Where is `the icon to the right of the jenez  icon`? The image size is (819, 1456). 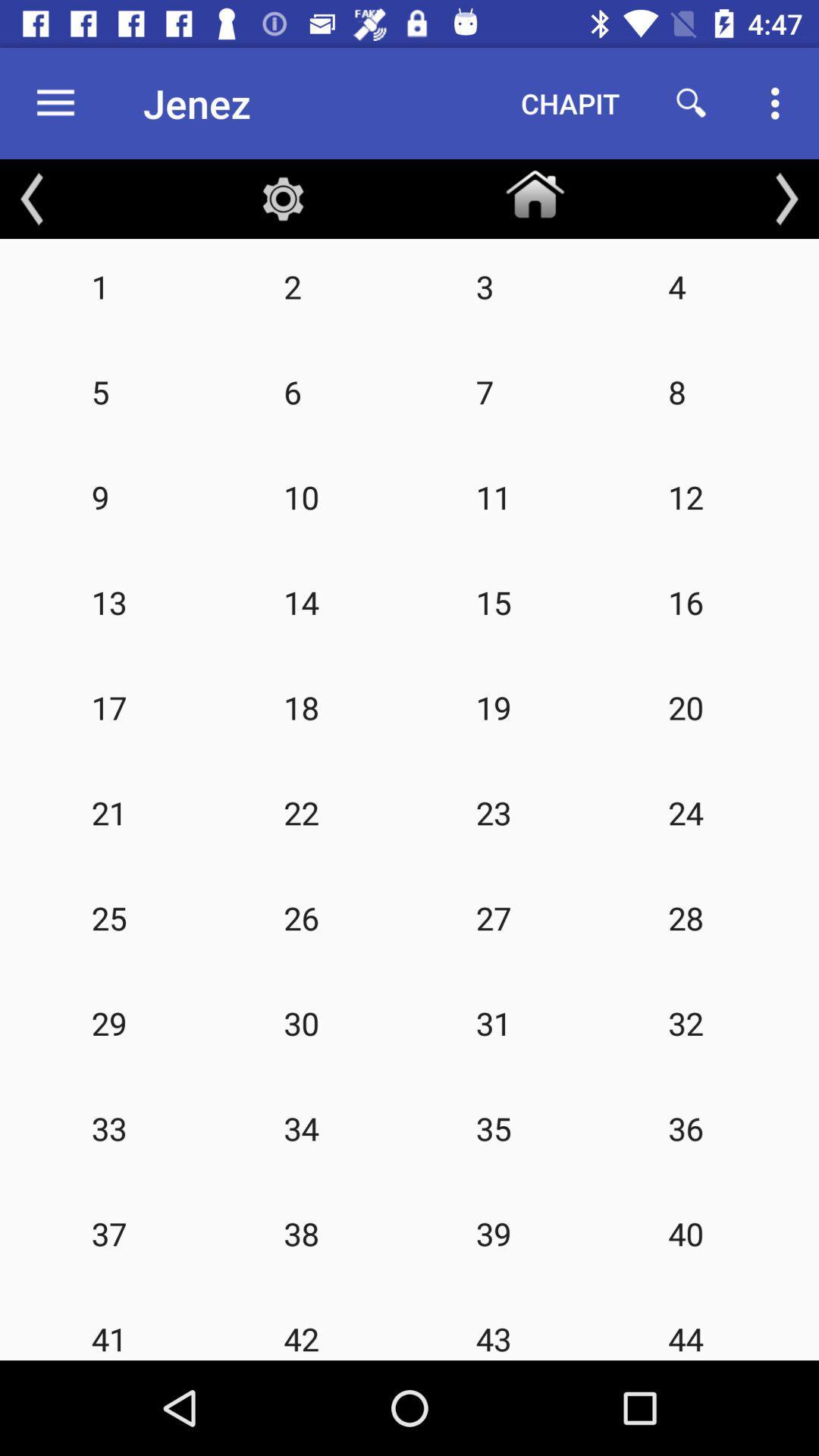 the icon to the right of the jenez  icon is located at coordinates (570, 102).